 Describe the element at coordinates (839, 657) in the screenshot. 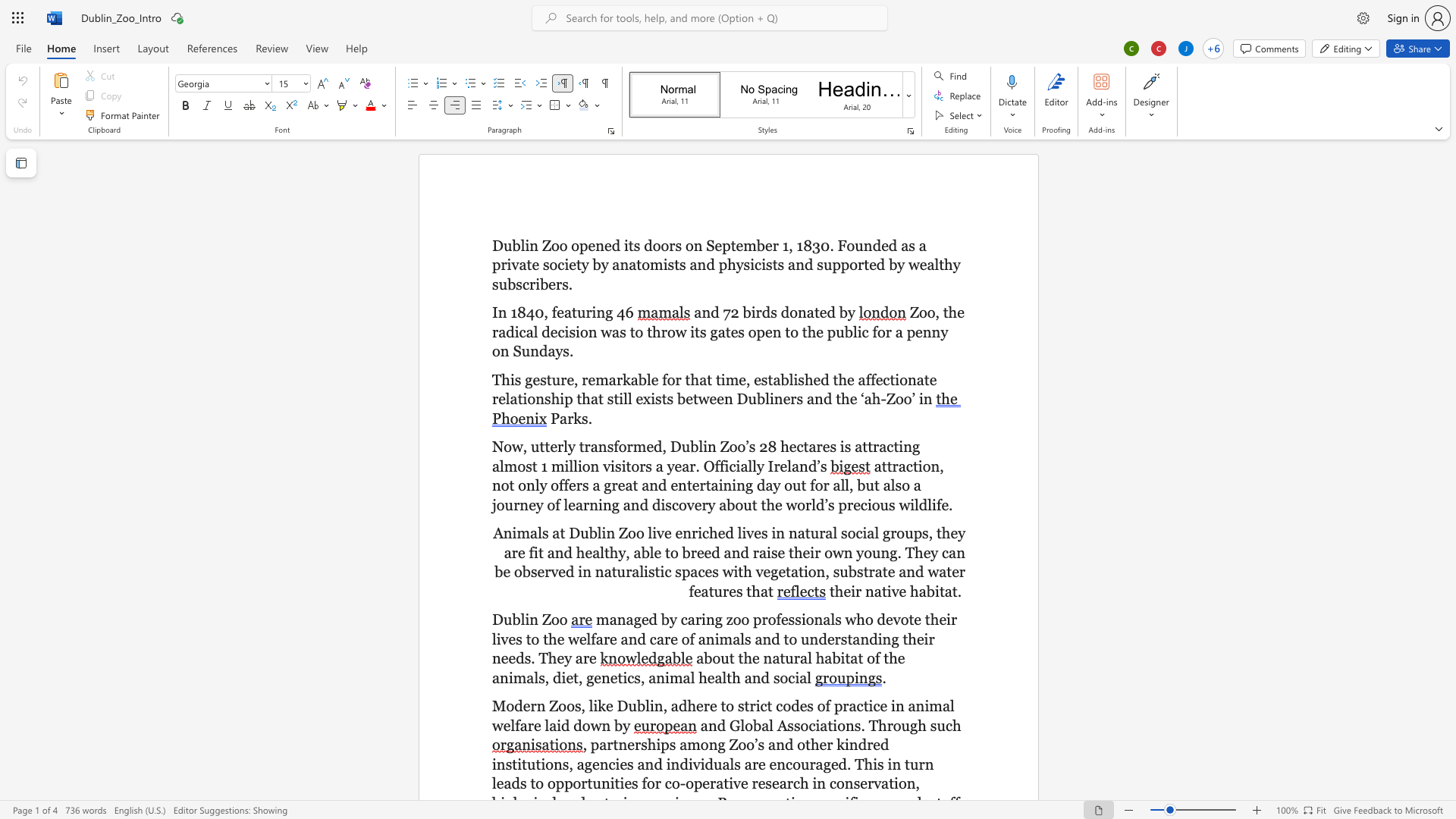

I see `the space between the continuous character "b" and "i" in the text` at that location.